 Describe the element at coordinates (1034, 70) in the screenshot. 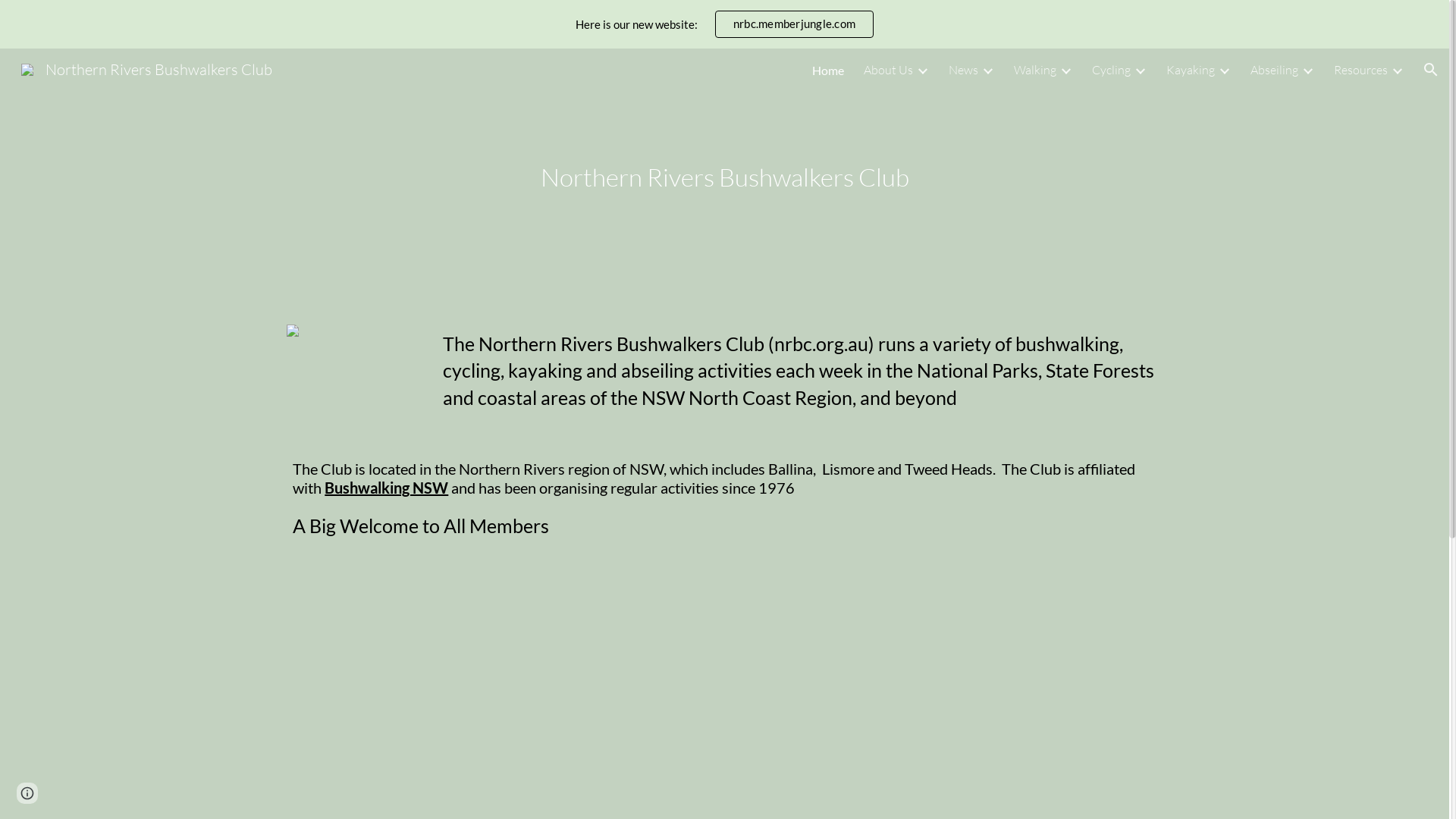

I see `'Walking'` at that location.